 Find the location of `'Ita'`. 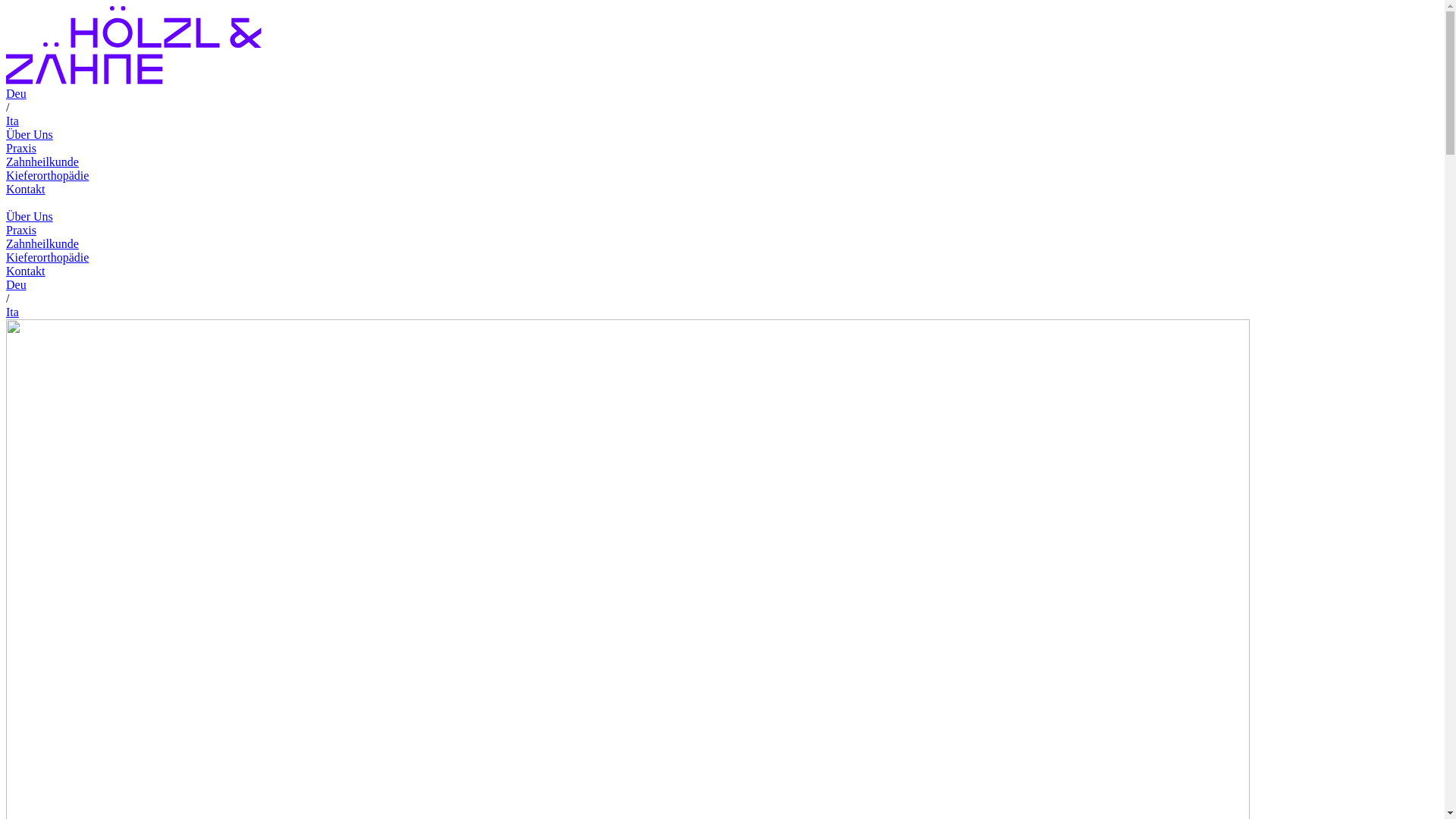

'Ita' is located at coordinates (12, 311).